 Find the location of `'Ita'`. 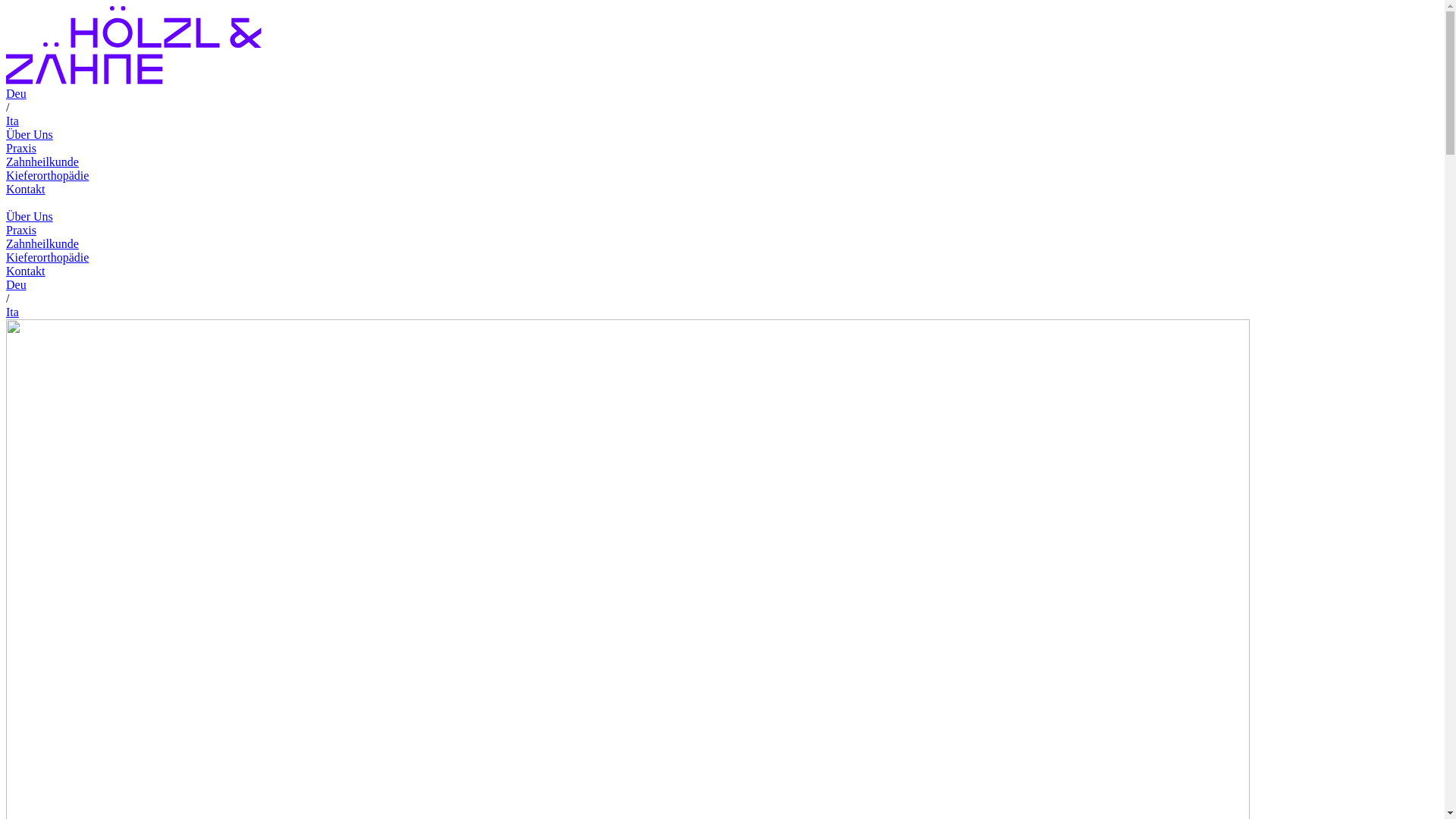

'Ita' is located at coordinates (12, 311).